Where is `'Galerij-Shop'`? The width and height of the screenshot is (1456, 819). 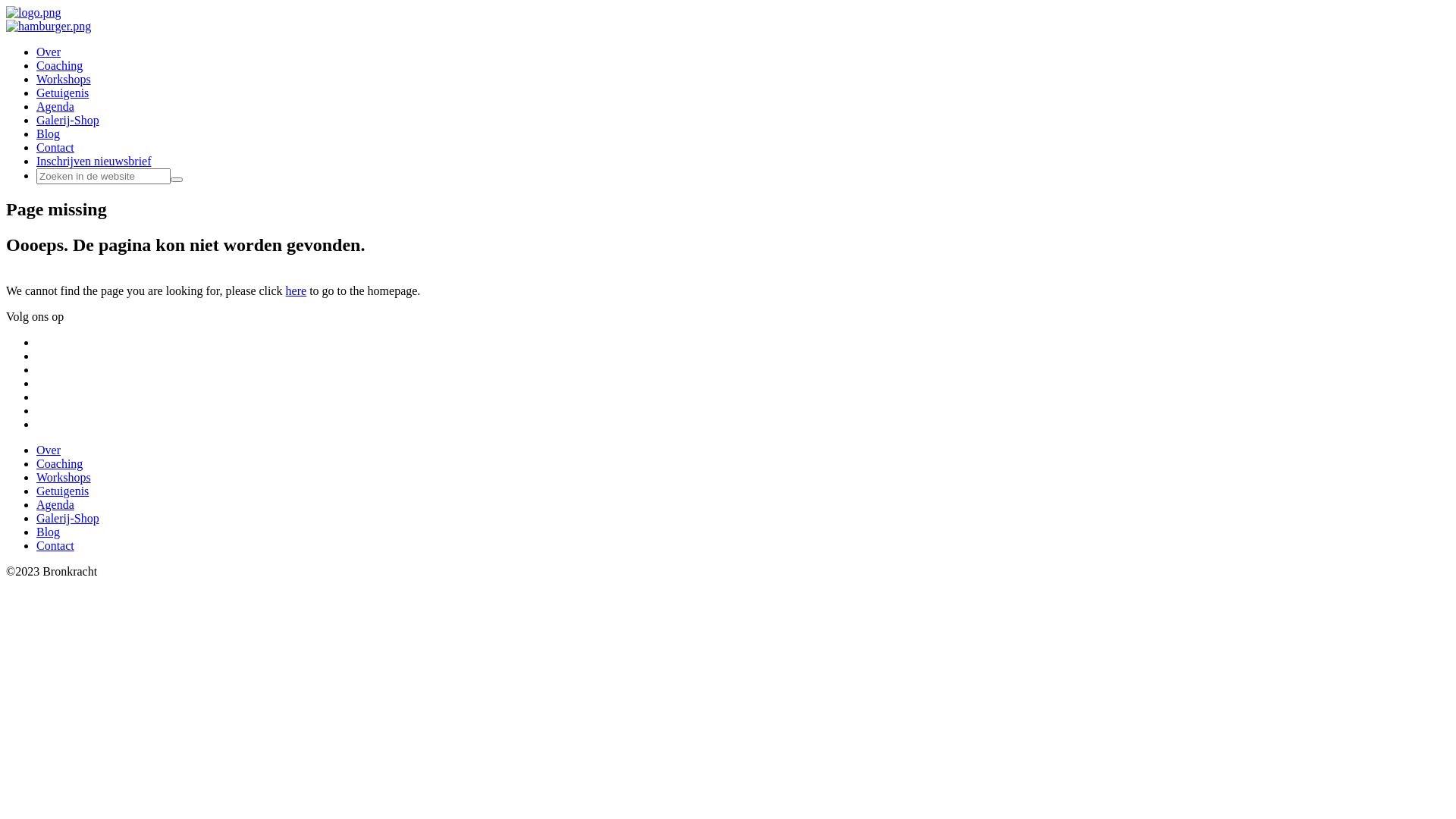 'Galerij-Shop' is located at coordinates (67, 119).